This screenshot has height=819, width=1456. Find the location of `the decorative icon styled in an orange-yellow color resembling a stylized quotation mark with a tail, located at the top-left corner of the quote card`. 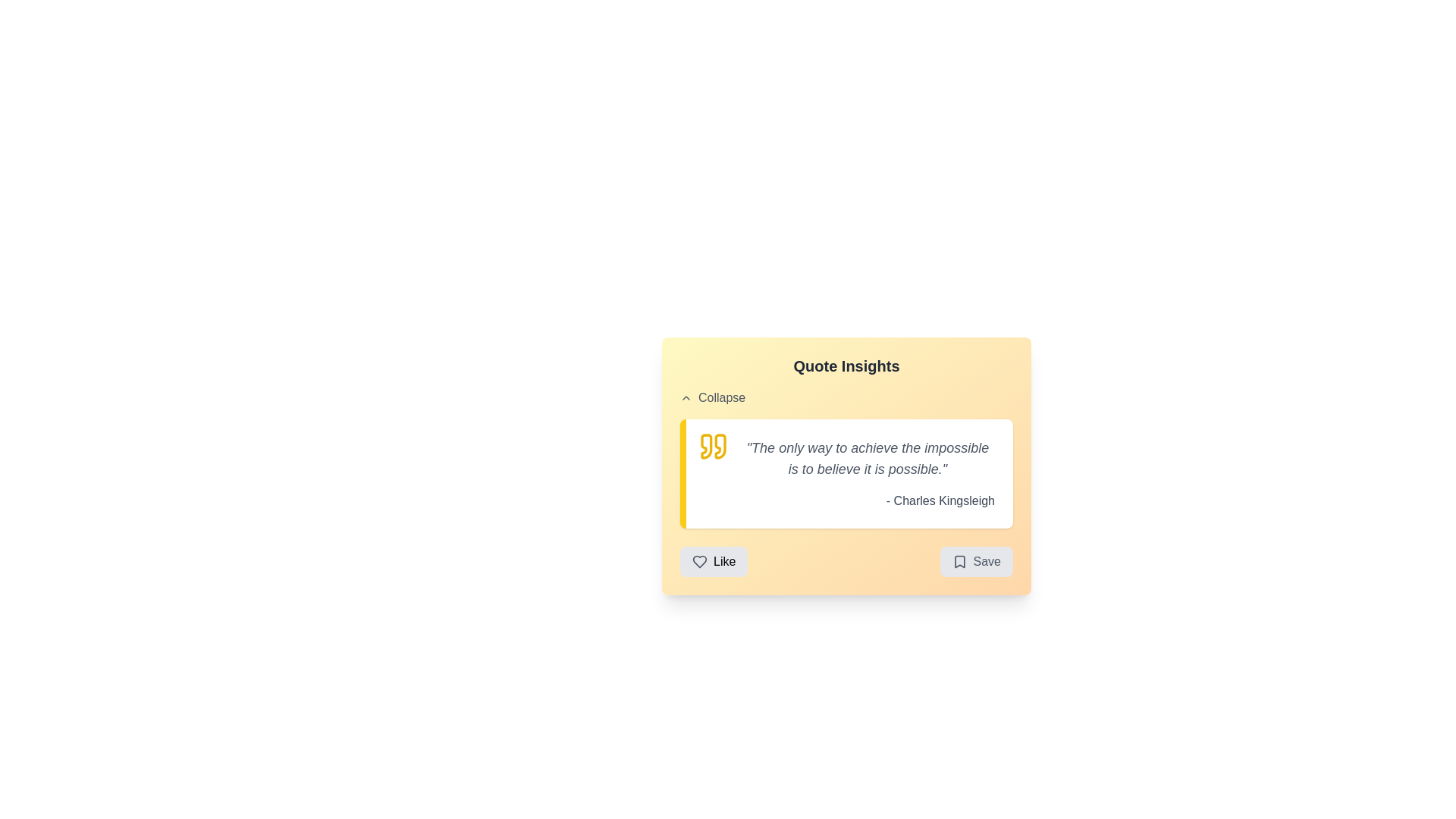

the decorative icon styled in an orange-yellow color resembling a stylized quotation mark with a tail, located at the top-left corner of the quote card is located at coordinates (705, 446).